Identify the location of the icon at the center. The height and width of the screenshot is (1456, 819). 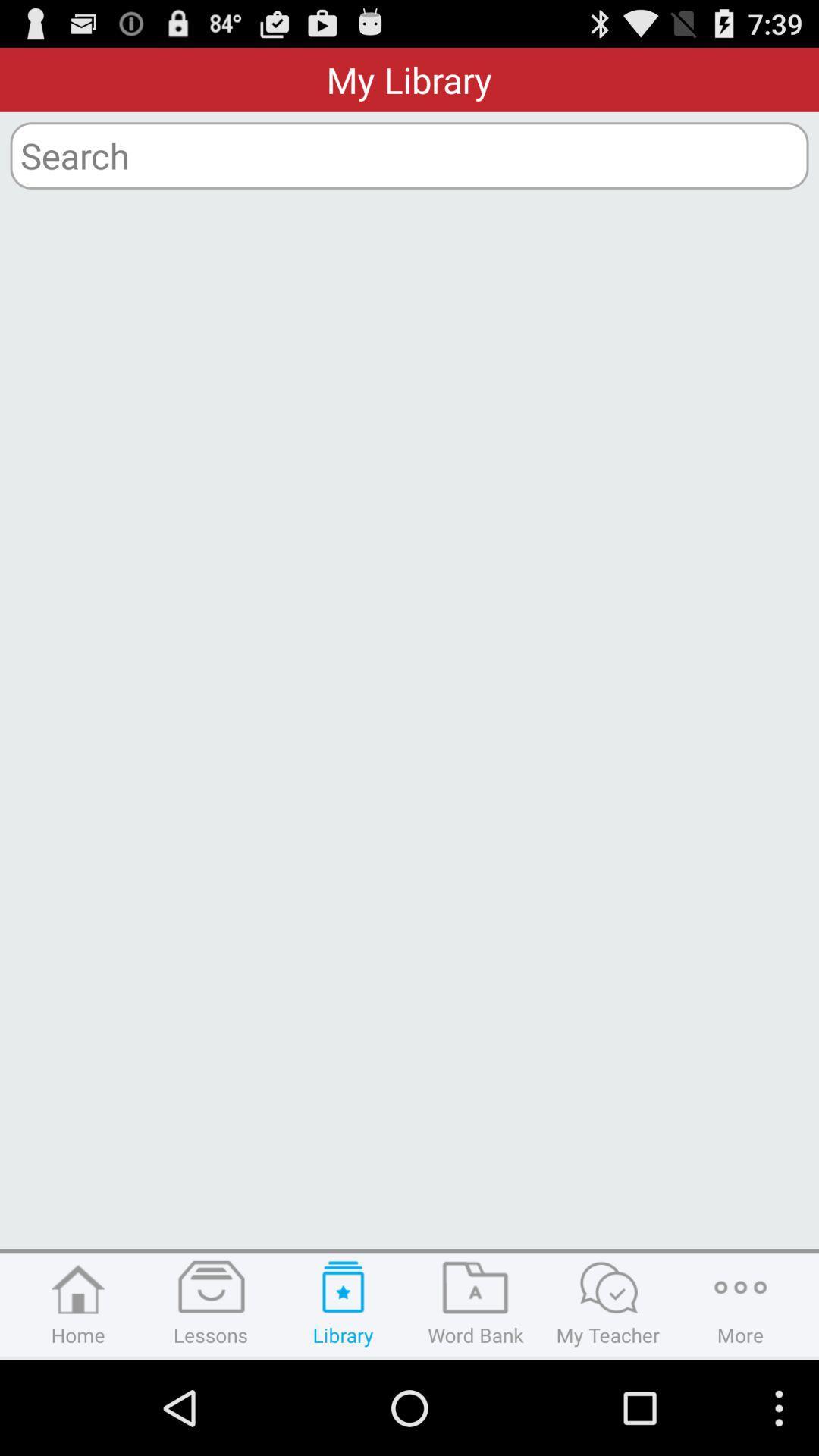
(409, 723).